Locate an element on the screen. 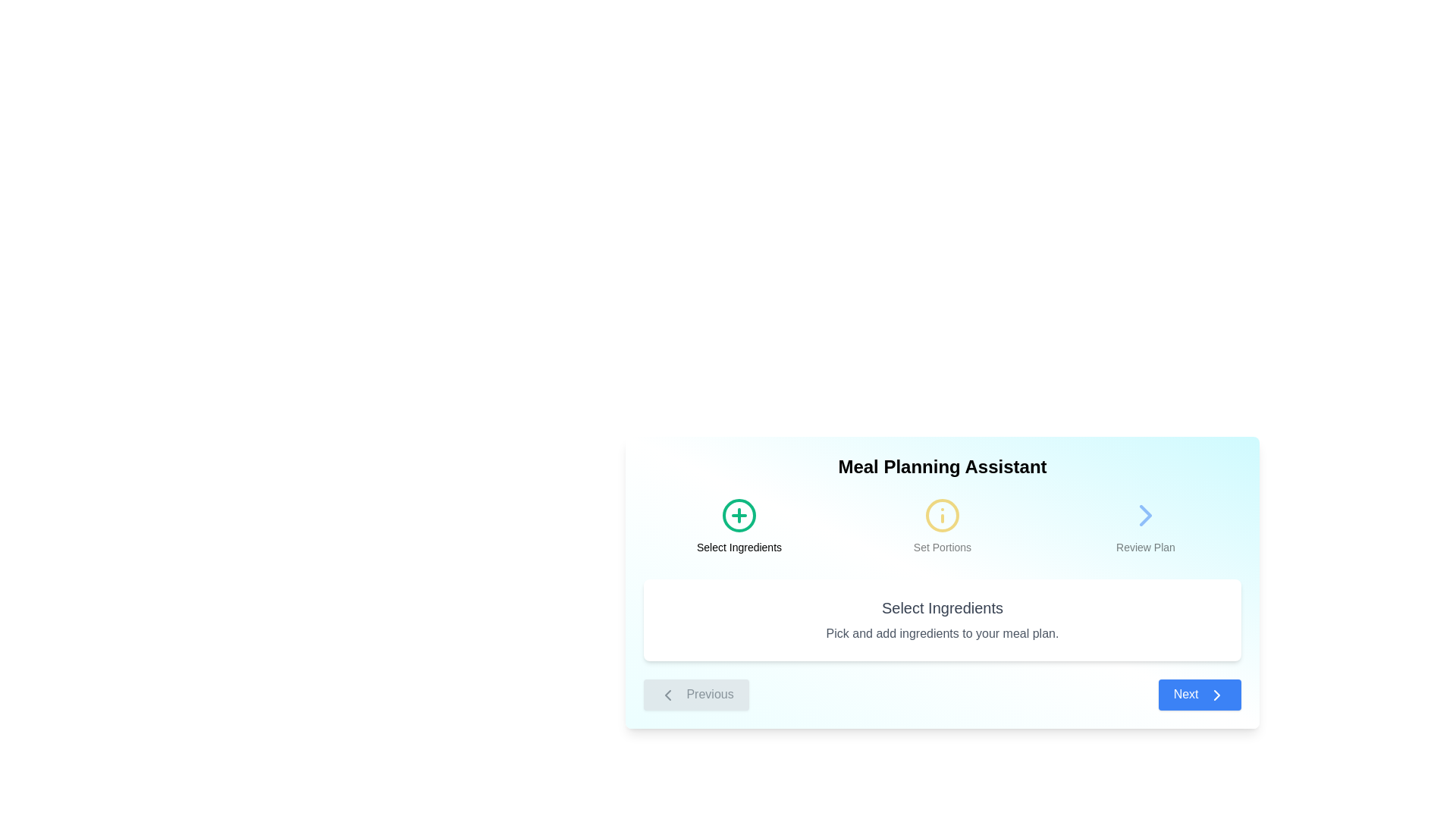 This screenshot has width=1456, height=819. the chevron-right icon, which is a small rightward-pointing triangular arrow located in the bottom-right corner of the 'Meal Planning Assistant' dialog box and is part of the 'Next' button is located at coordinates (1216, 694).